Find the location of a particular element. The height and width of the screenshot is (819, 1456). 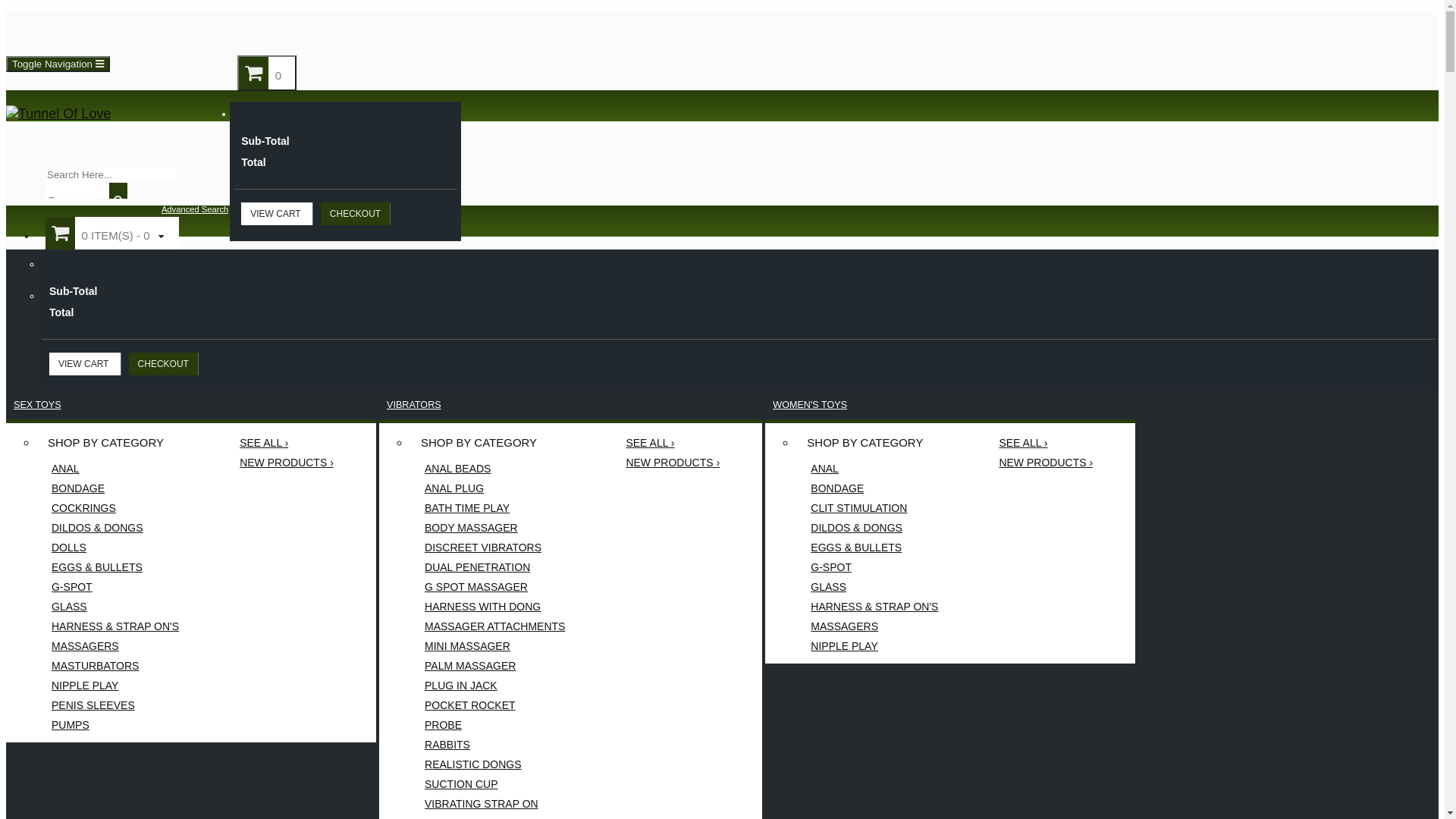

'BONDAGE' is located at coordinates (874, 488).